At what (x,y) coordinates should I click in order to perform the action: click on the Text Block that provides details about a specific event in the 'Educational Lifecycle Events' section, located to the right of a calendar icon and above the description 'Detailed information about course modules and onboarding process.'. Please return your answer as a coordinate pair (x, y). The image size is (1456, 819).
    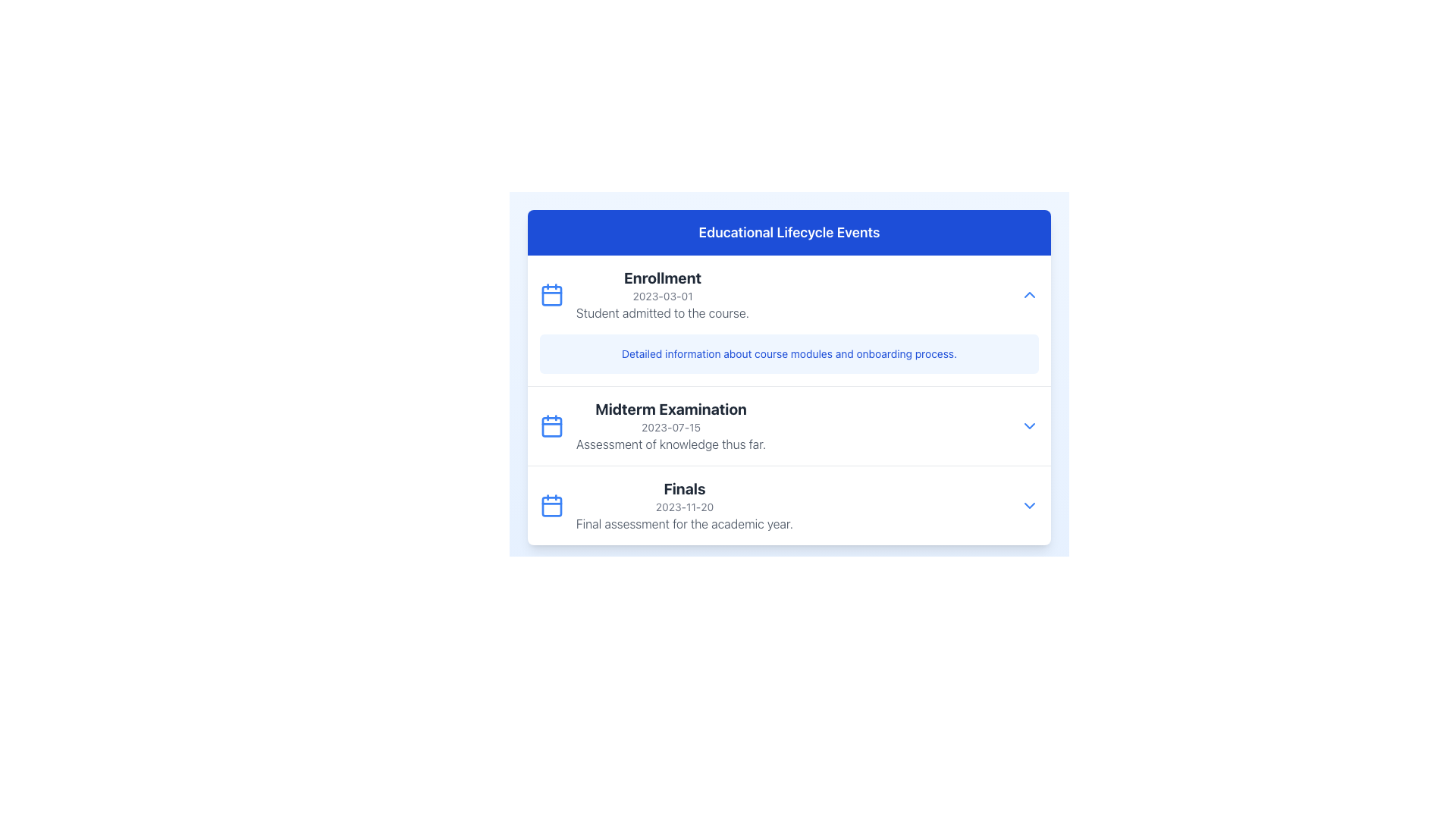
    Looking at the image, I should click on (662, 295).